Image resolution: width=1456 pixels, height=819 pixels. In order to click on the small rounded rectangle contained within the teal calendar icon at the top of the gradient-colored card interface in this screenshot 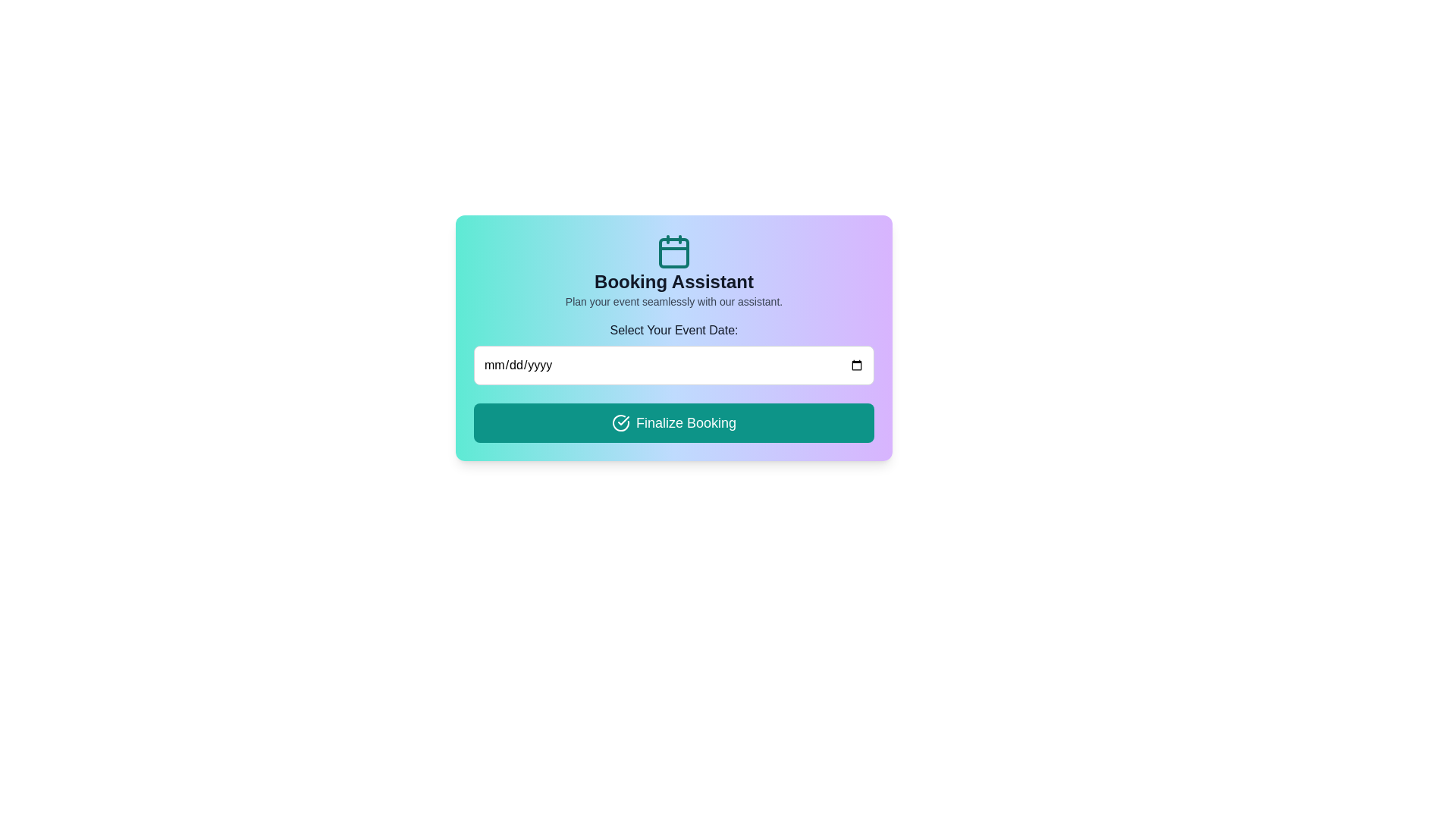, I will do `click(673, 253)`.